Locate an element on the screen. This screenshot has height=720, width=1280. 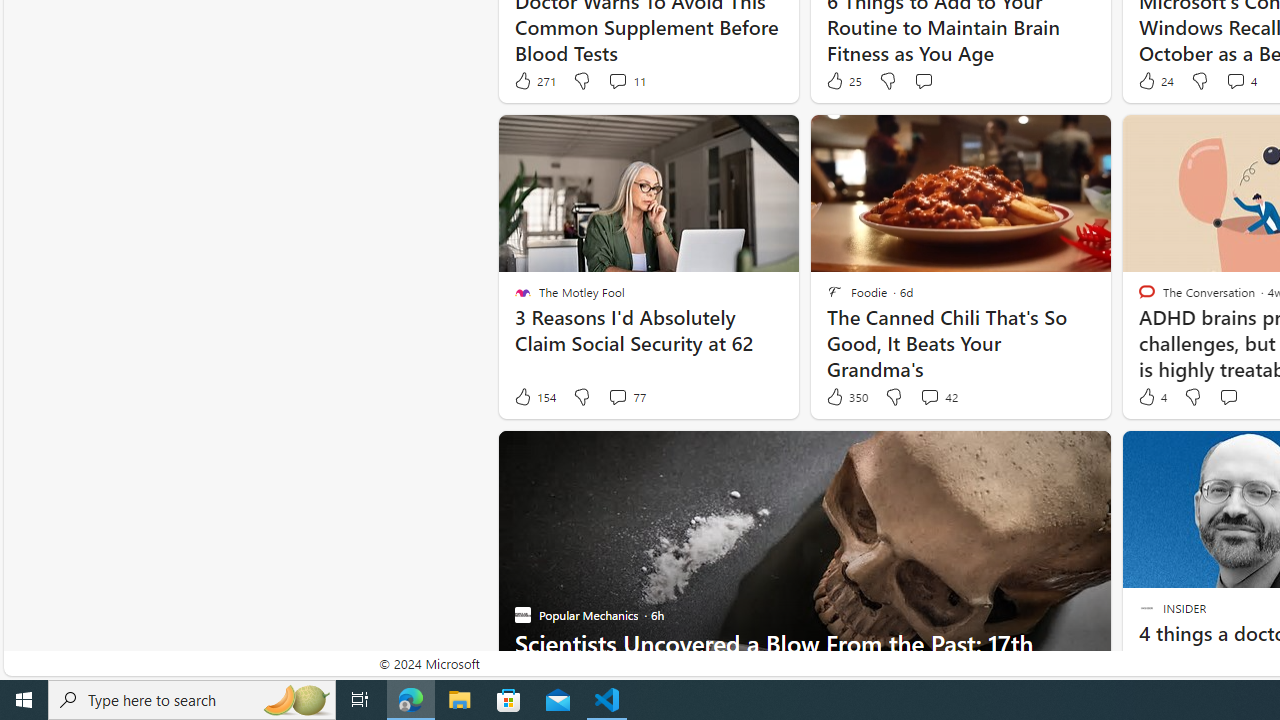
'View comments 11 Comment' is located at coordinates (625, 80).